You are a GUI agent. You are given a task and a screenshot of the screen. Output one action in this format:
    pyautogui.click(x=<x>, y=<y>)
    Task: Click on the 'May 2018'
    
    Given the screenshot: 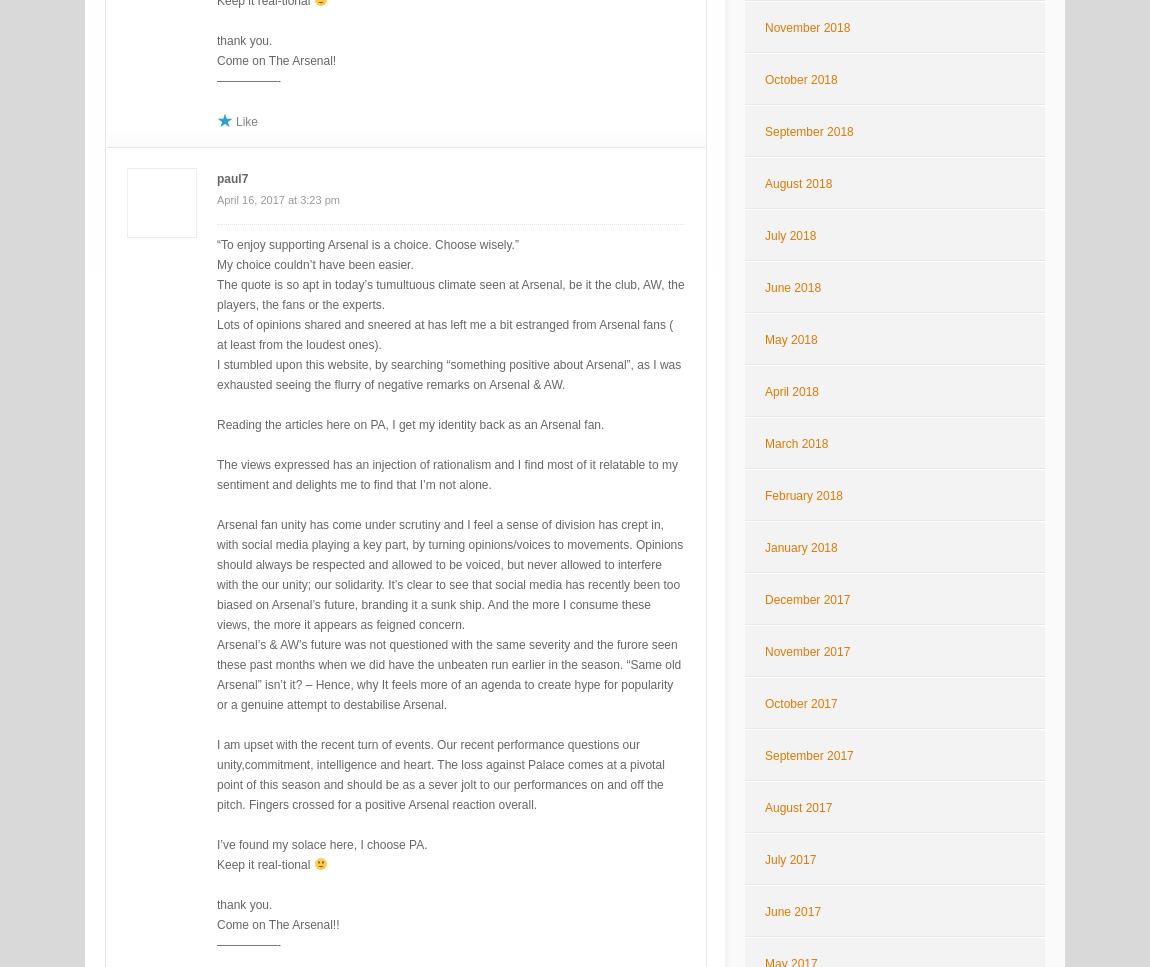 What is the action you would take?
    pyautogui.click(x=763, y=338)
    